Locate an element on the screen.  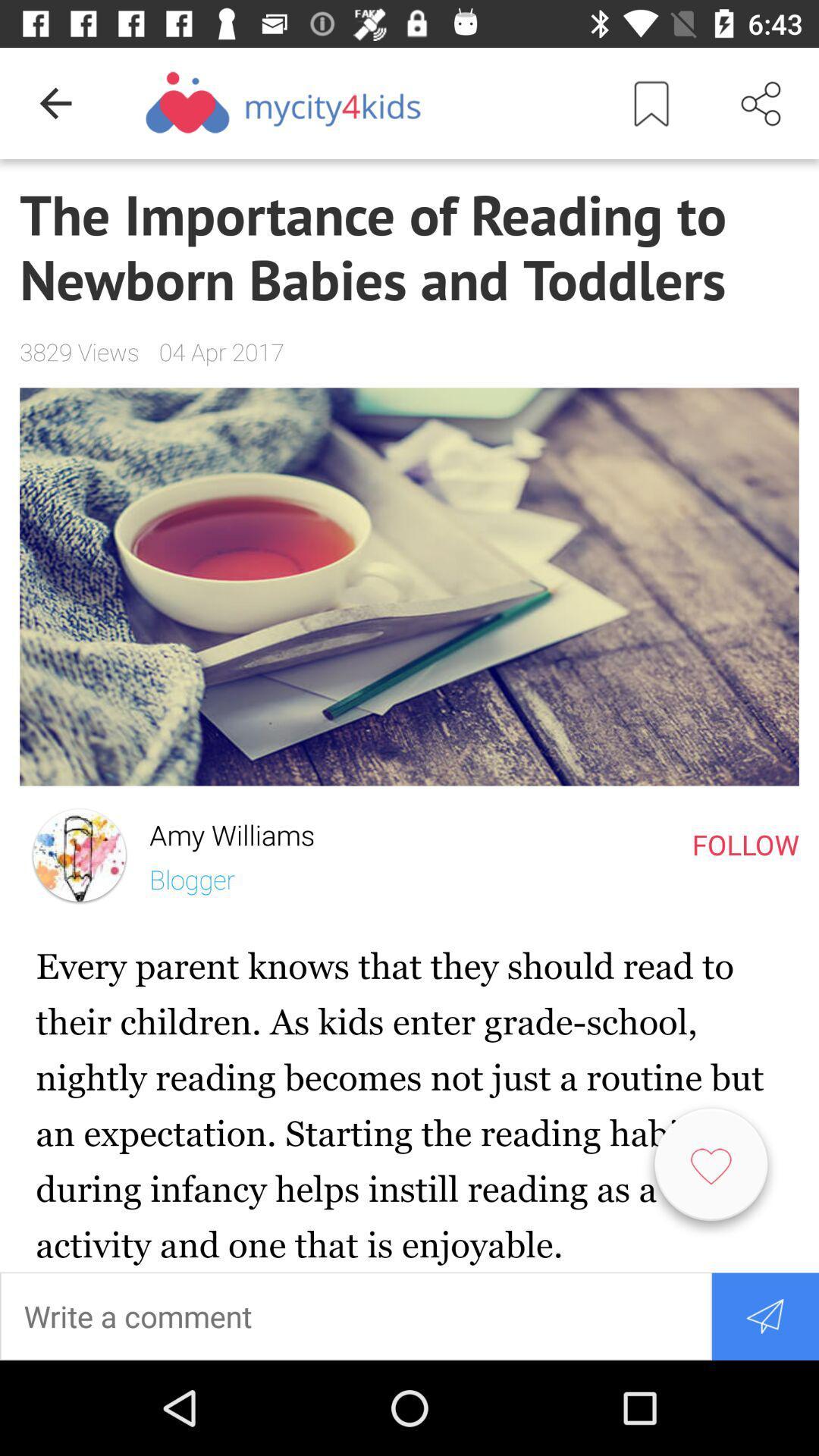
the item to the left of amy williams item is located at coordinates (80, 856).